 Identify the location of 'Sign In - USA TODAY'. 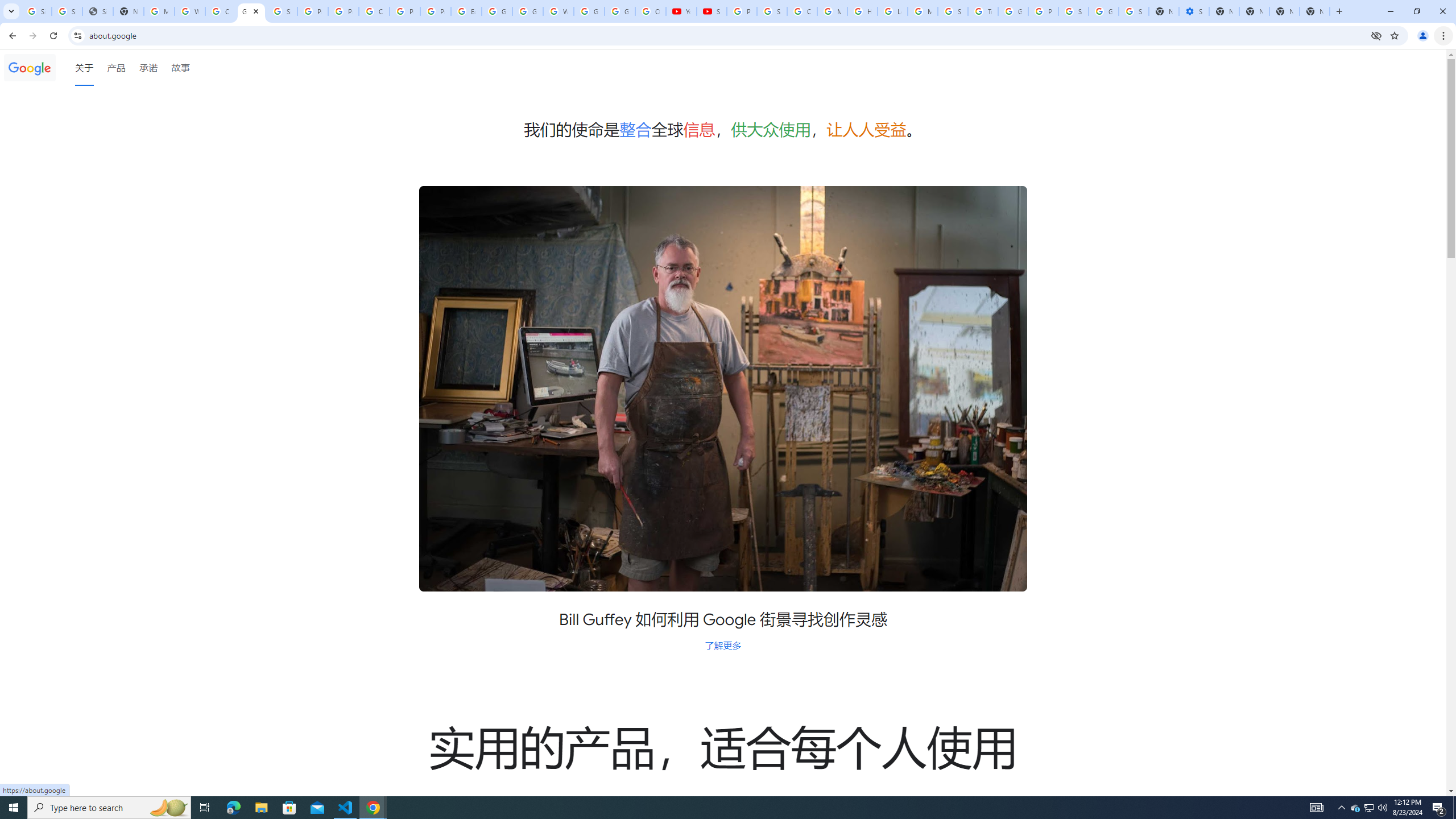
(97, 11).